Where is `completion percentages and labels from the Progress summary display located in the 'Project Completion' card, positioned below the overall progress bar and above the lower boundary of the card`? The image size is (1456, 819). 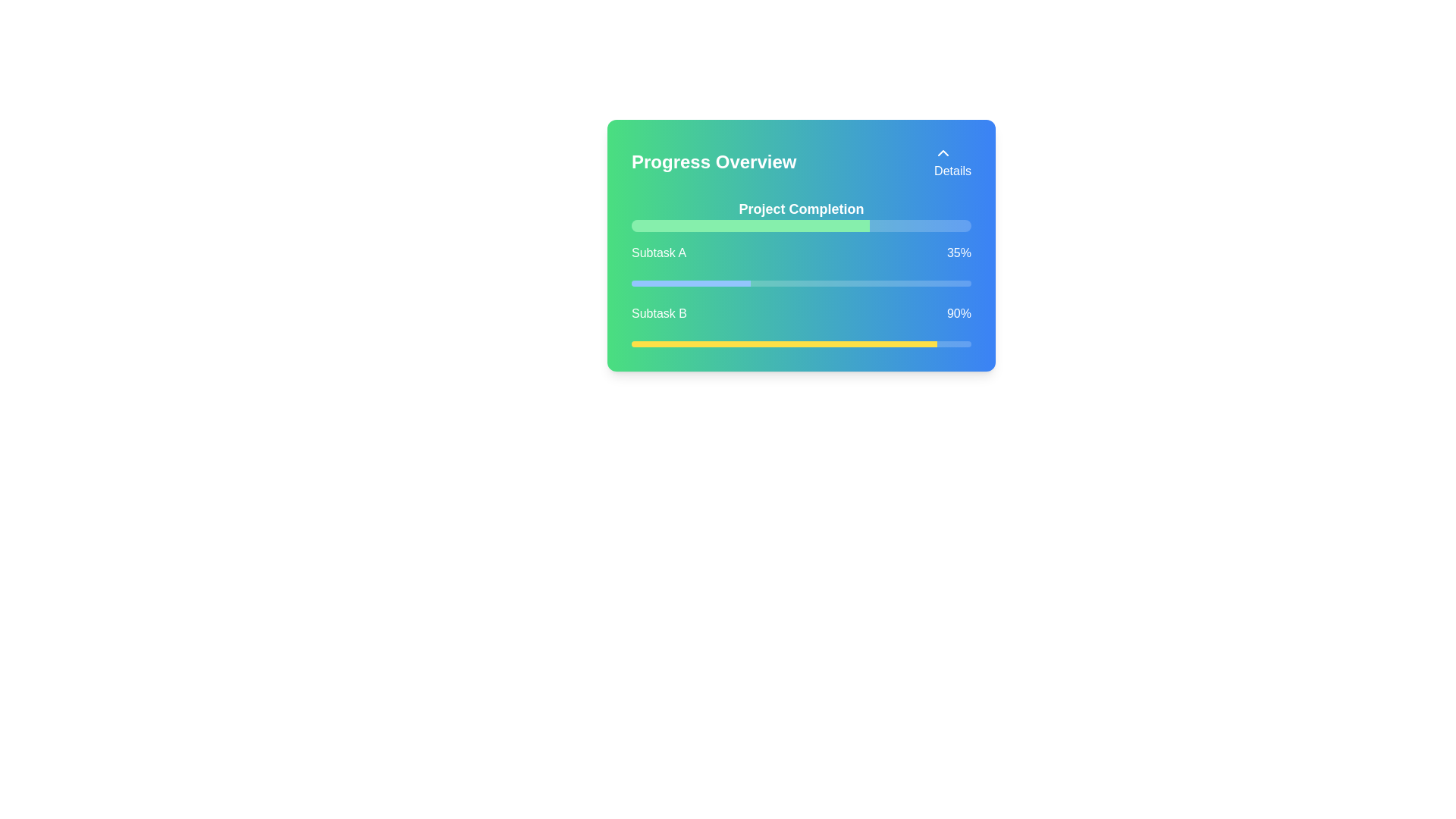 completion percentages and labels from the Progress summary display located in the 'Project Completion' card, positioned below the overall progress bar and above the lower boundary of the card is located at coordinates (800, 295).